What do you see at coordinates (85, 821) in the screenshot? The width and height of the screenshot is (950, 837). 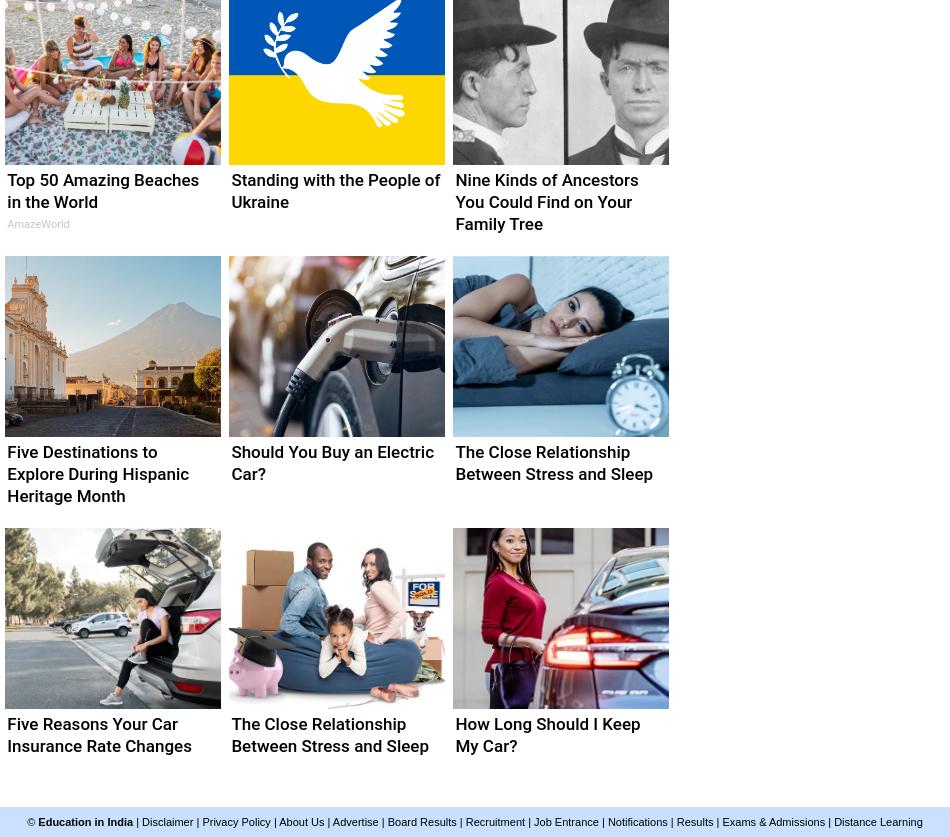 I see `'Education in India'` at bounding box center [85, 821].